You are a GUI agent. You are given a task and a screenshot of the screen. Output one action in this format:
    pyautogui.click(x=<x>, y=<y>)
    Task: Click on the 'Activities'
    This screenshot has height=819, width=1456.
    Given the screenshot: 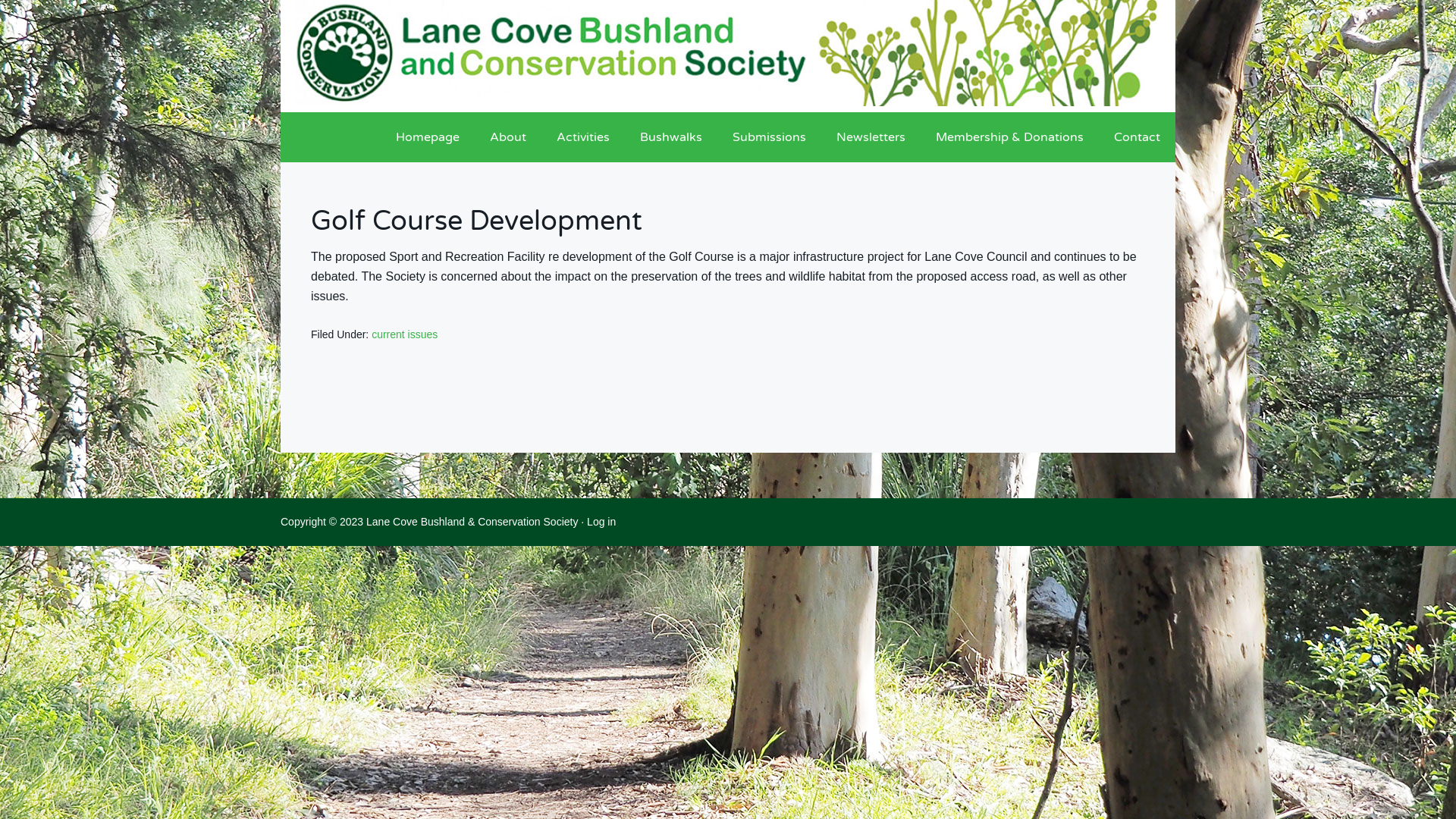 What is the action you would take?
    pyautogui.click(x=582, y=137)
    